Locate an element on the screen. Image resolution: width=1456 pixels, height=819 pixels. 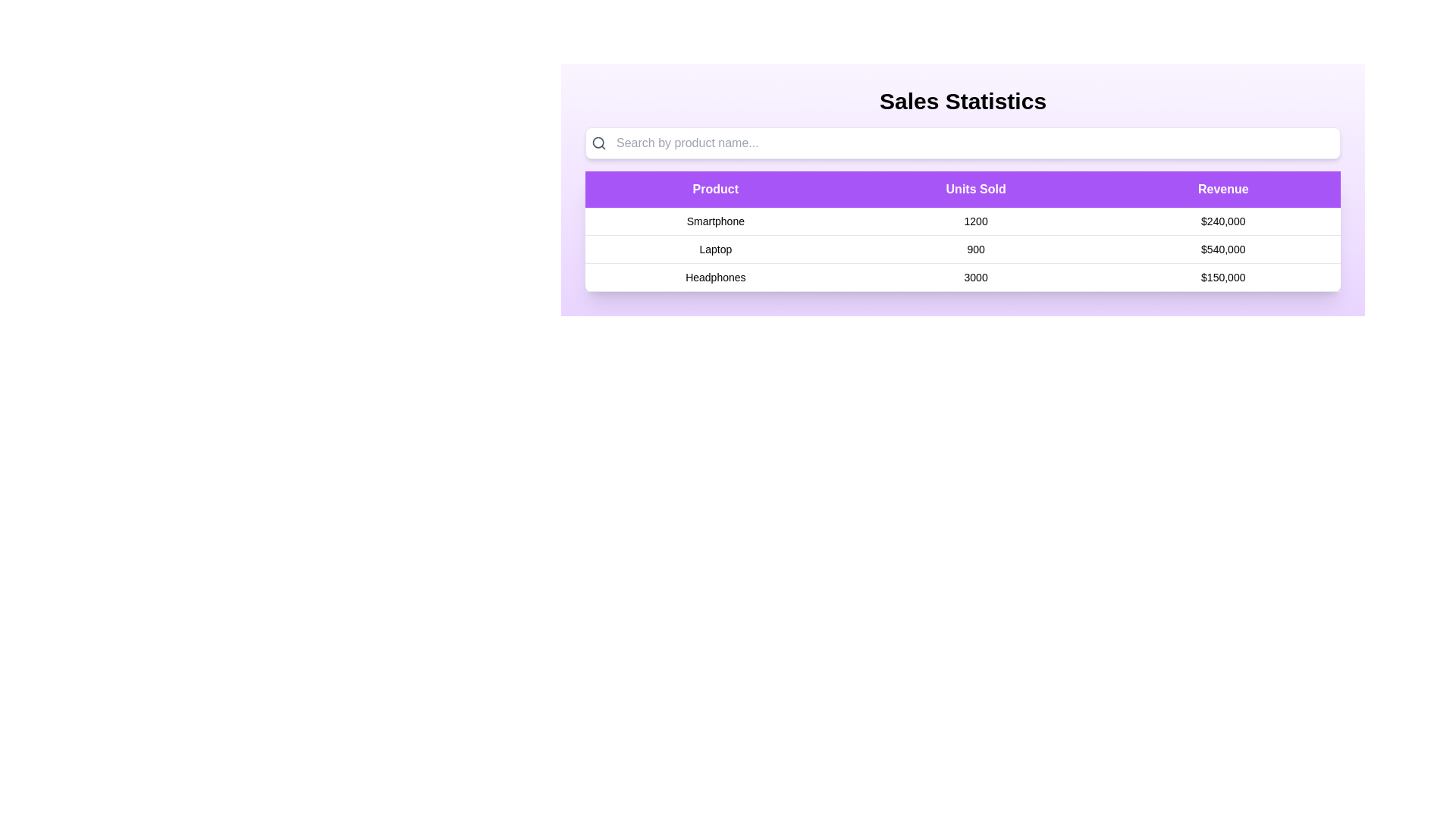
the header Units Sold to examine its content is located at coordinates (976, 189).